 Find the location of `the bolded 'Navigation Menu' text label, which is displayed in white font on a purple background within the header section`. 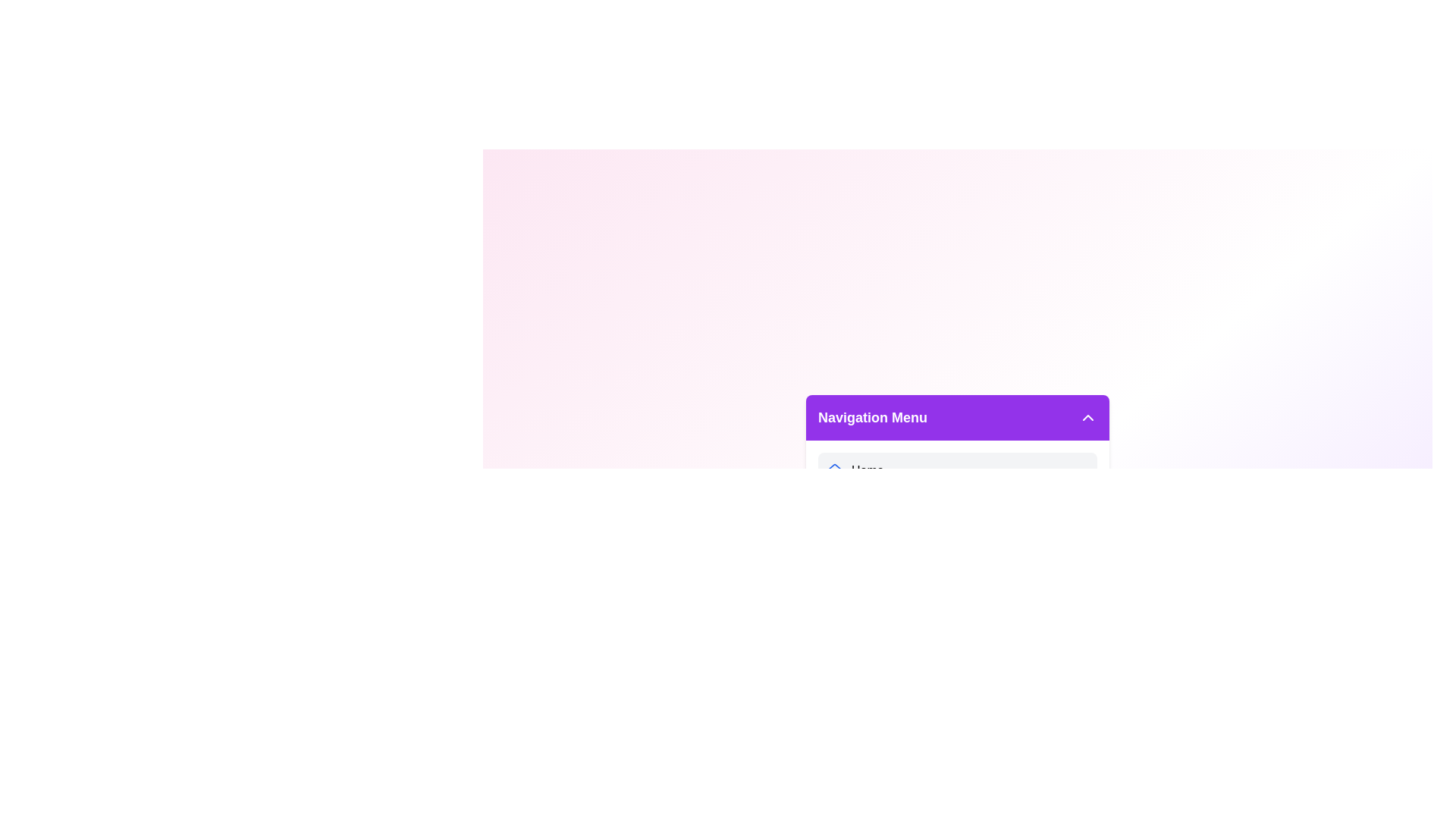

the bolded 'Navigation Menu' text label, which is displayed in white font on a purple background within the header section is located at coordinates (873, 418).